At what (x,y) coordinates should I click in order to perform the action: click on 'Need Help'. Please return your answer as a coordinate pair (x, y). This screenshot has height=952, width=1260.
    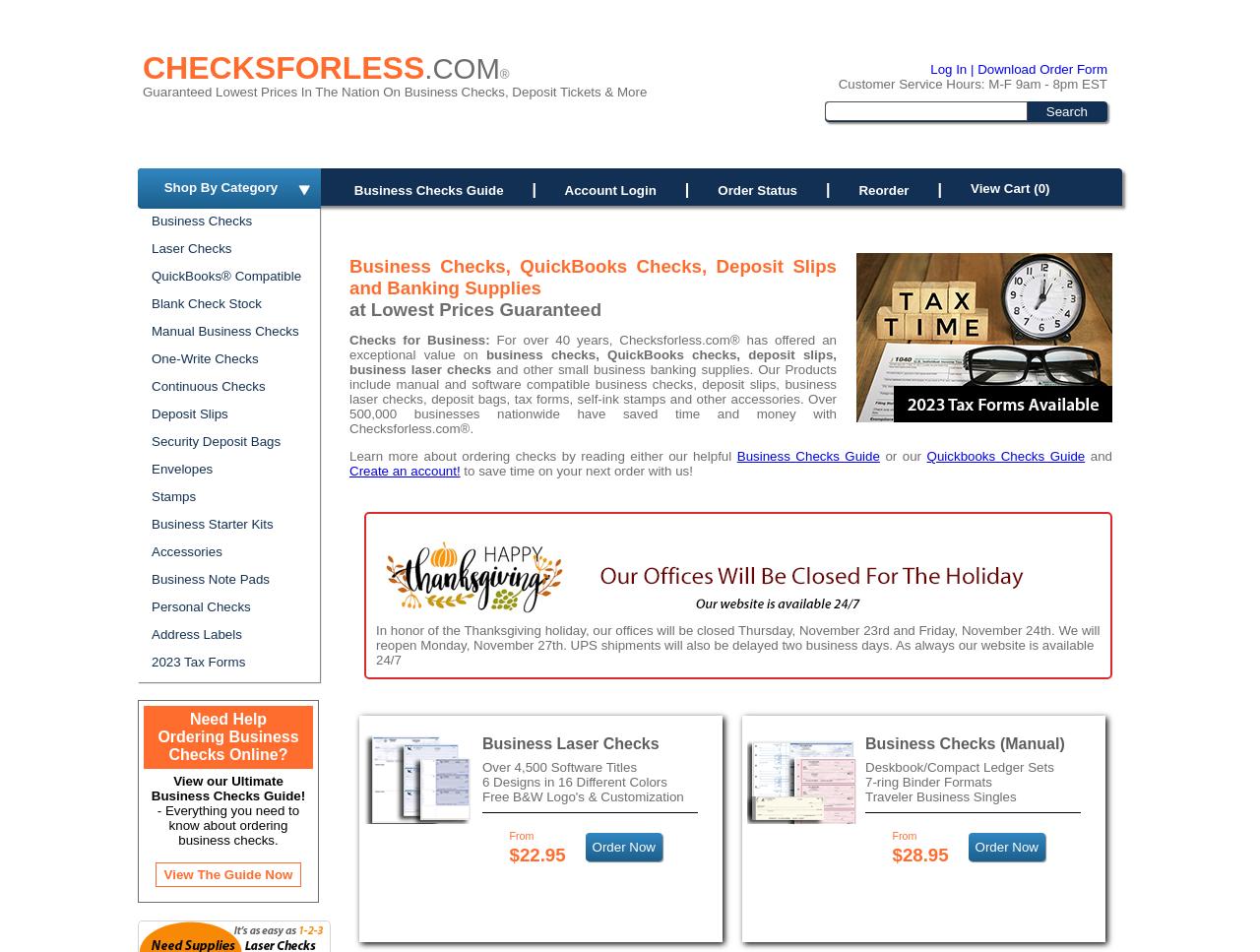
    Looking at the image, I should click on (227, 718).